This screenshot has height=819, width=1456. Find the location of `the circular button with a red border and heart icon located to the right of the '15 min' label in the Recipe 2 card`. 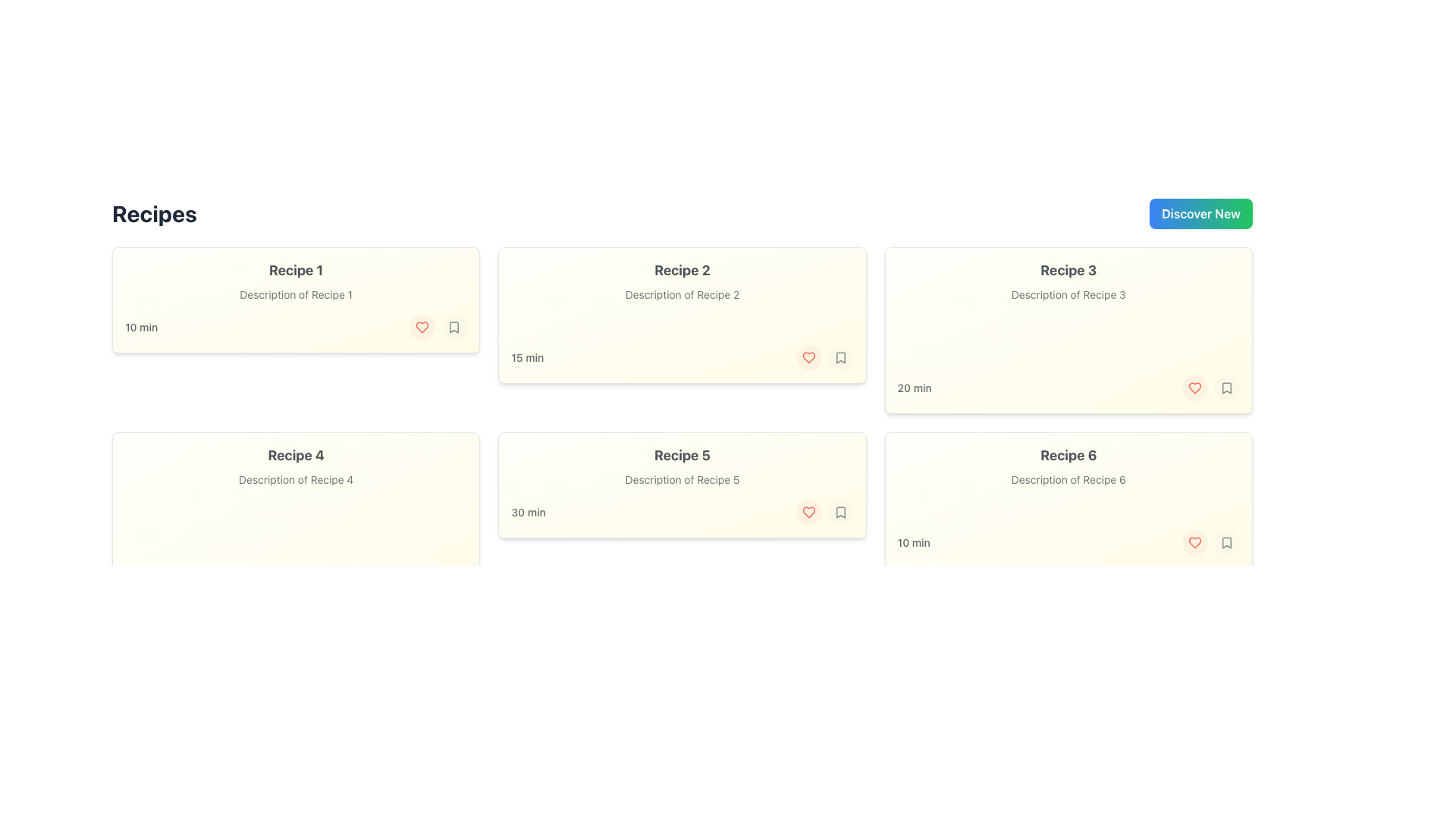

the circular button with a red border and heart icon located to the right of the '15 min' label in the Recipe 2 card is located at coordinates (808, 357).